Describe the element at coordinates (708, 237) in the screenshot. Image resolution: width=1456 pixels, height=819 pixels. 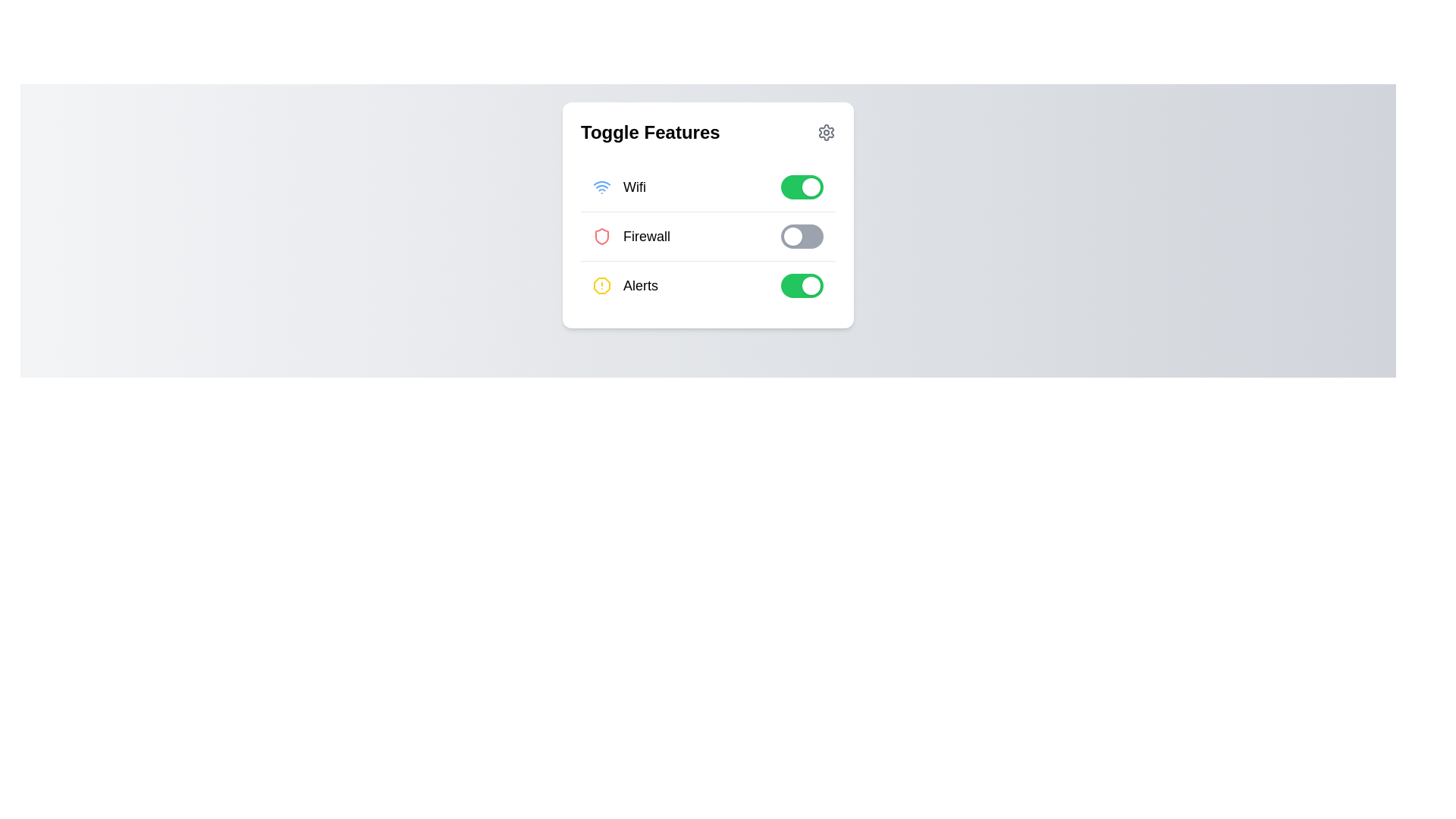
I see `the 'Firewall' label or the red shield icon in the toggle row` at that location.